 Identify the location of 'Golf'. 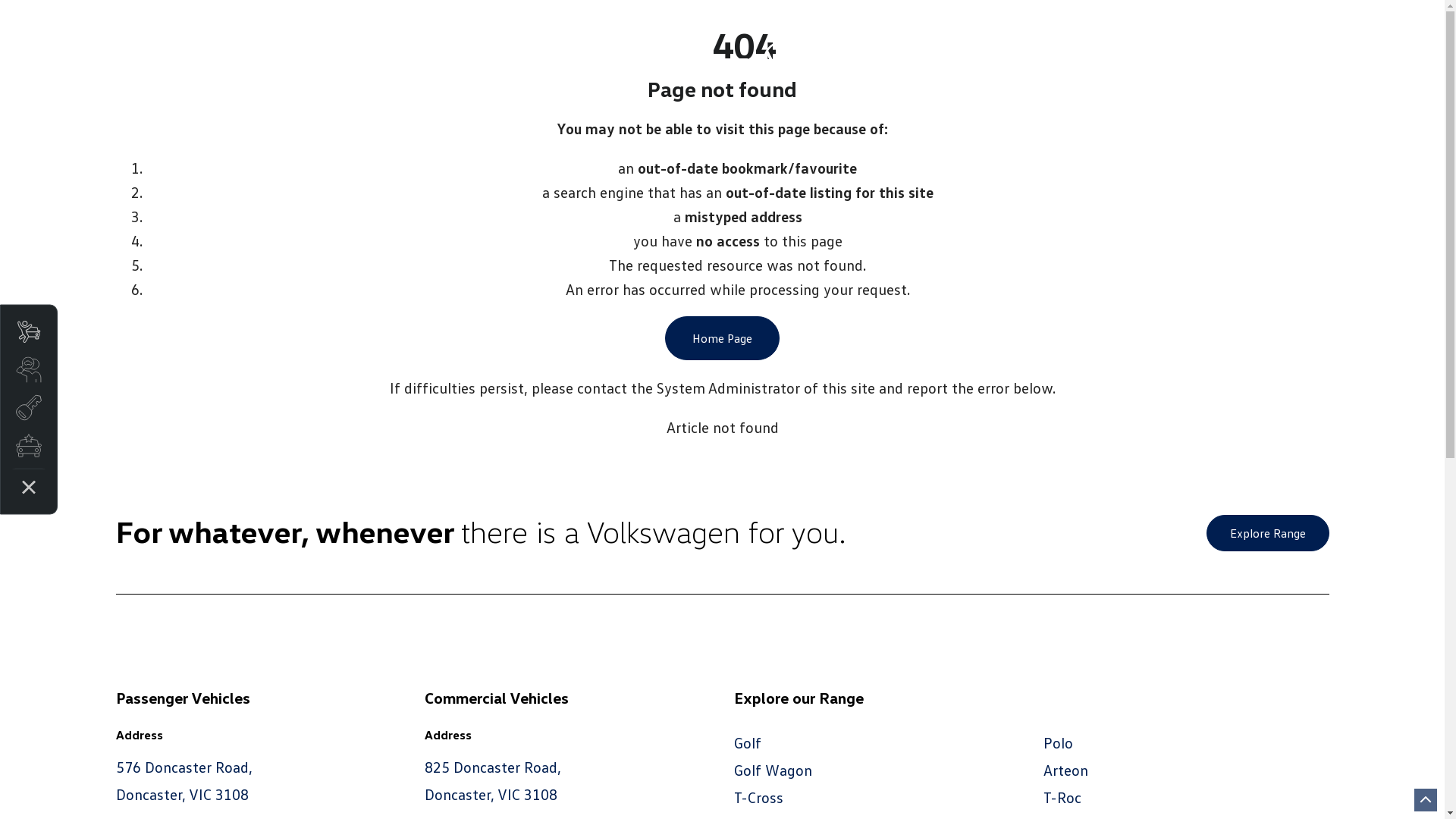
(747, 742).